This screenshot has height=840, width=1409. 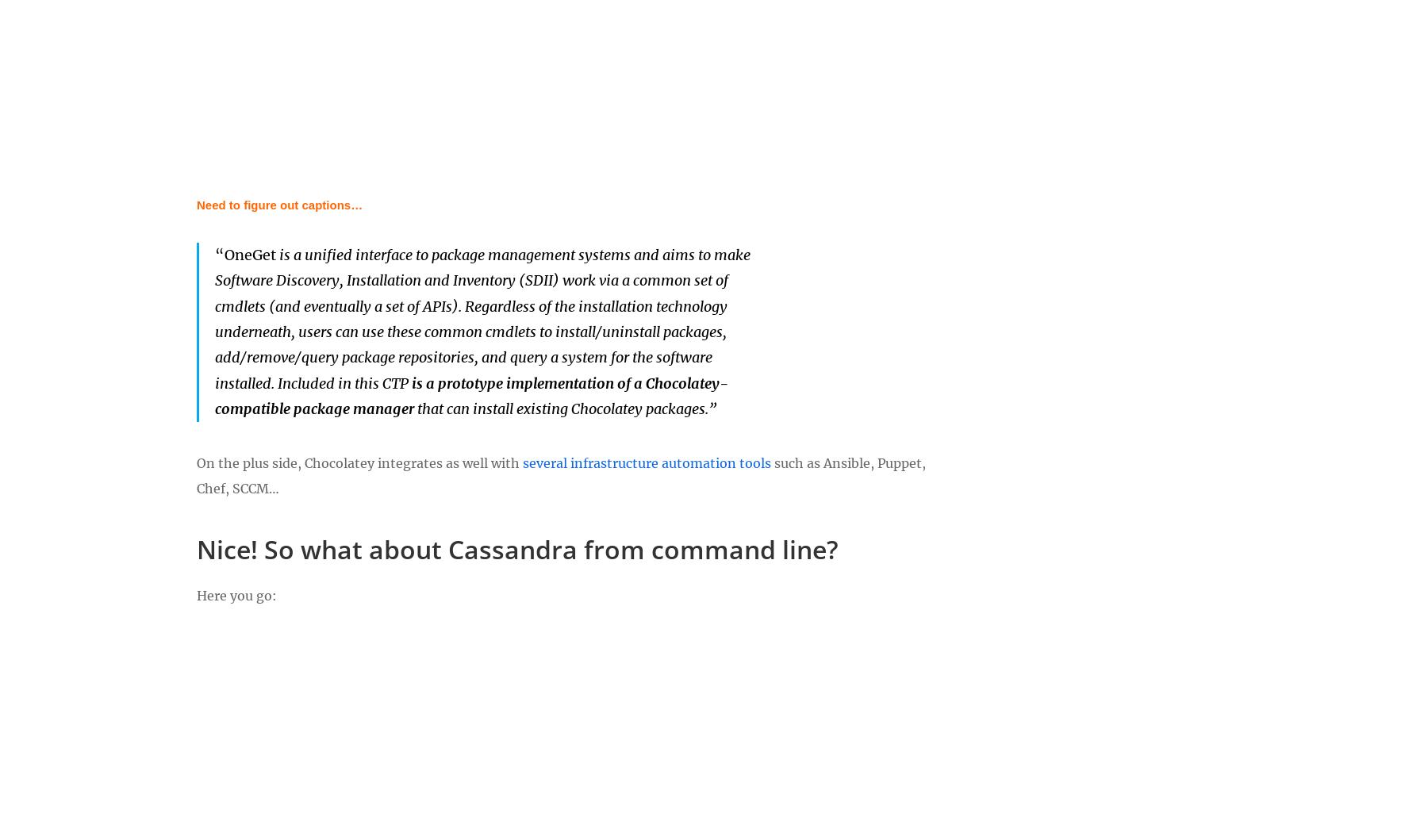 I want to click on 'Here you go:', so click(x=196, y=595).